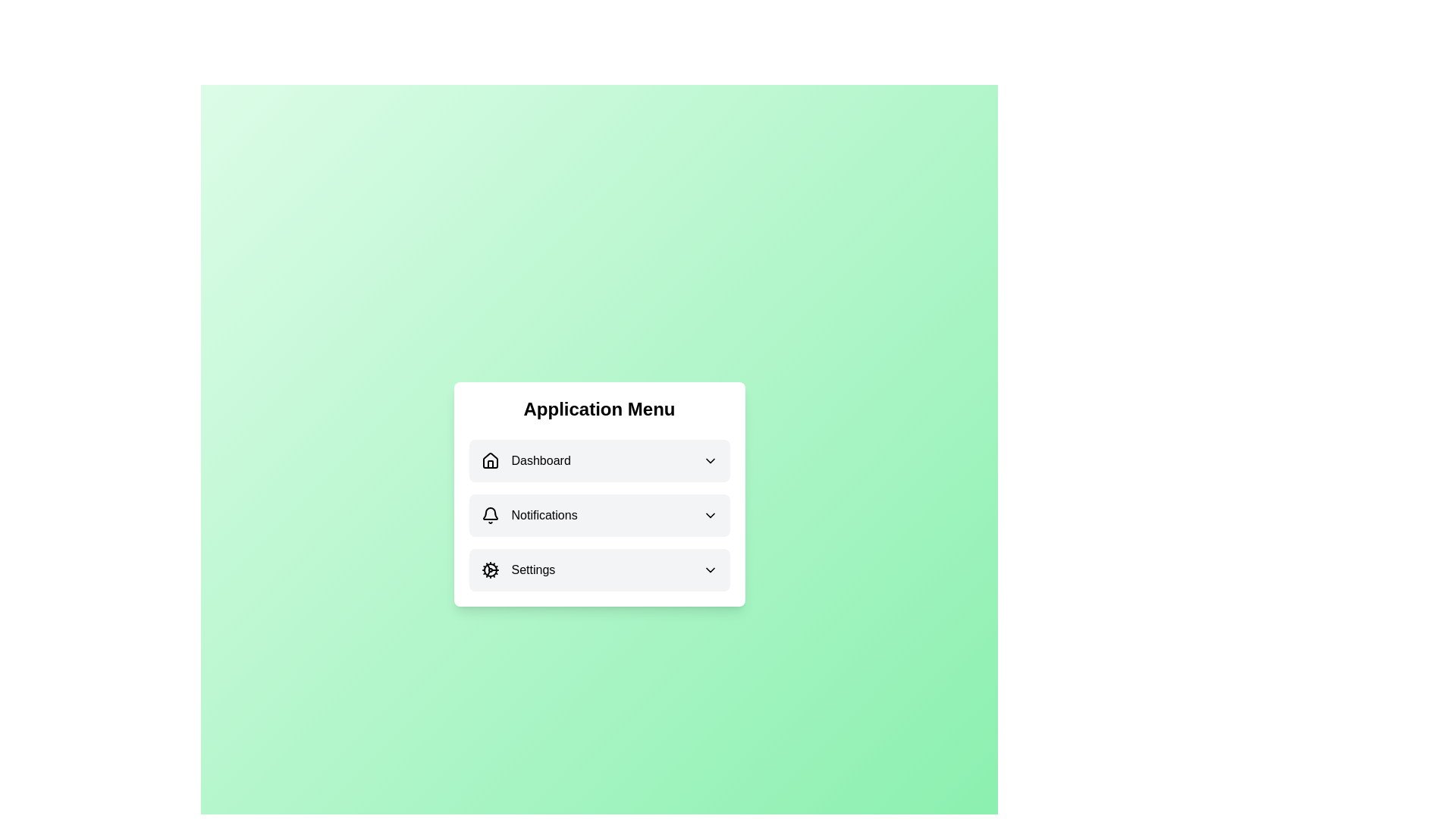 The image size is (1456, 819). I want to click on the settings label in the vertical menu located below 'Dashboard' and 'Notifications', so click(533, 570).